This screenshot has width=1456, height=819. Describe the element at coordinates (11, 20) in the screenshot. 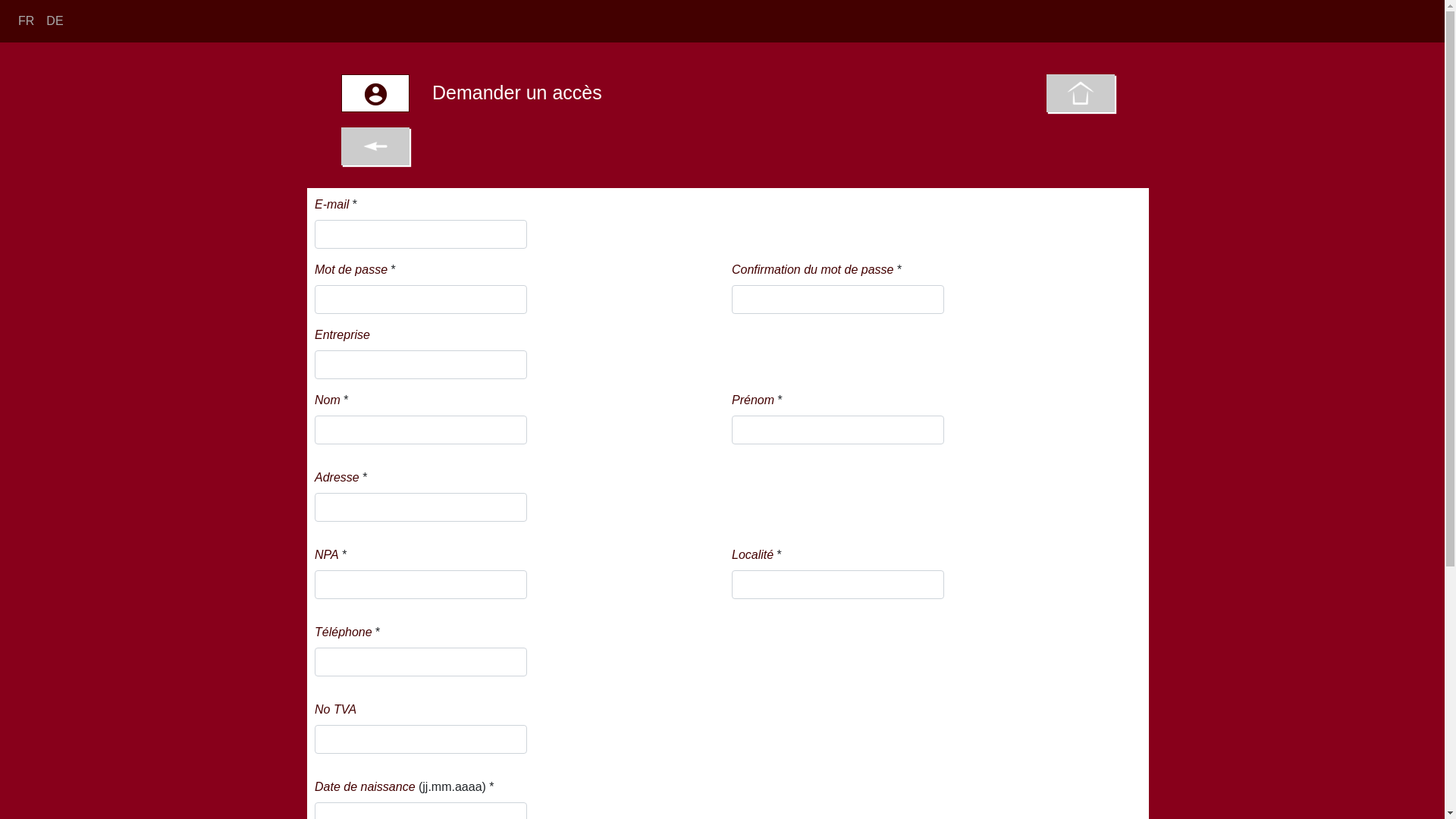

I see `'FR'` at that location.